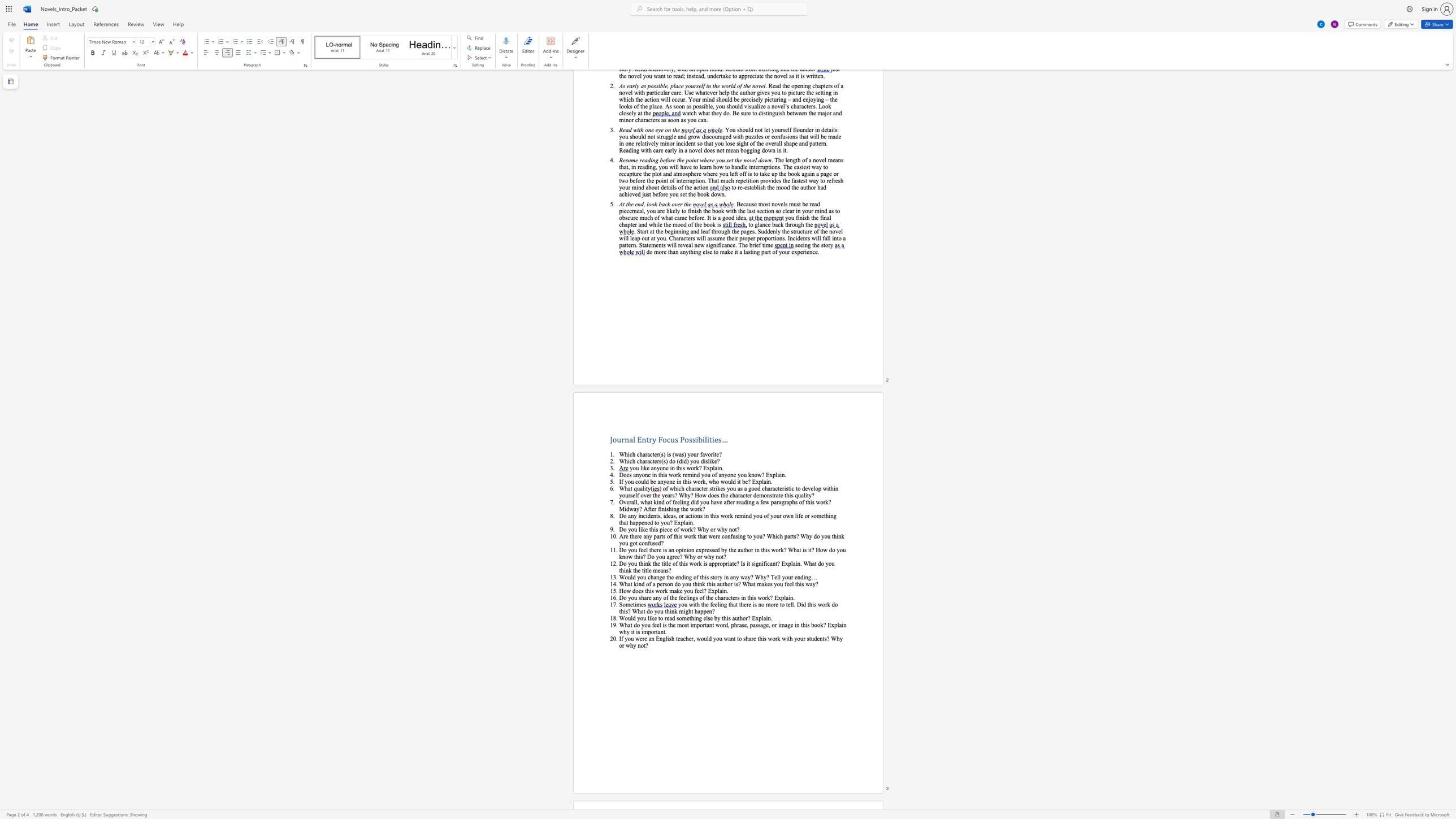 This screenshot has width=1456, height=819. I want to click on the subset text "do you think might hap" within the text "you with the feeling that there is no more to tell. Did this work do this? What do you think might happen?", so click(645, 611).